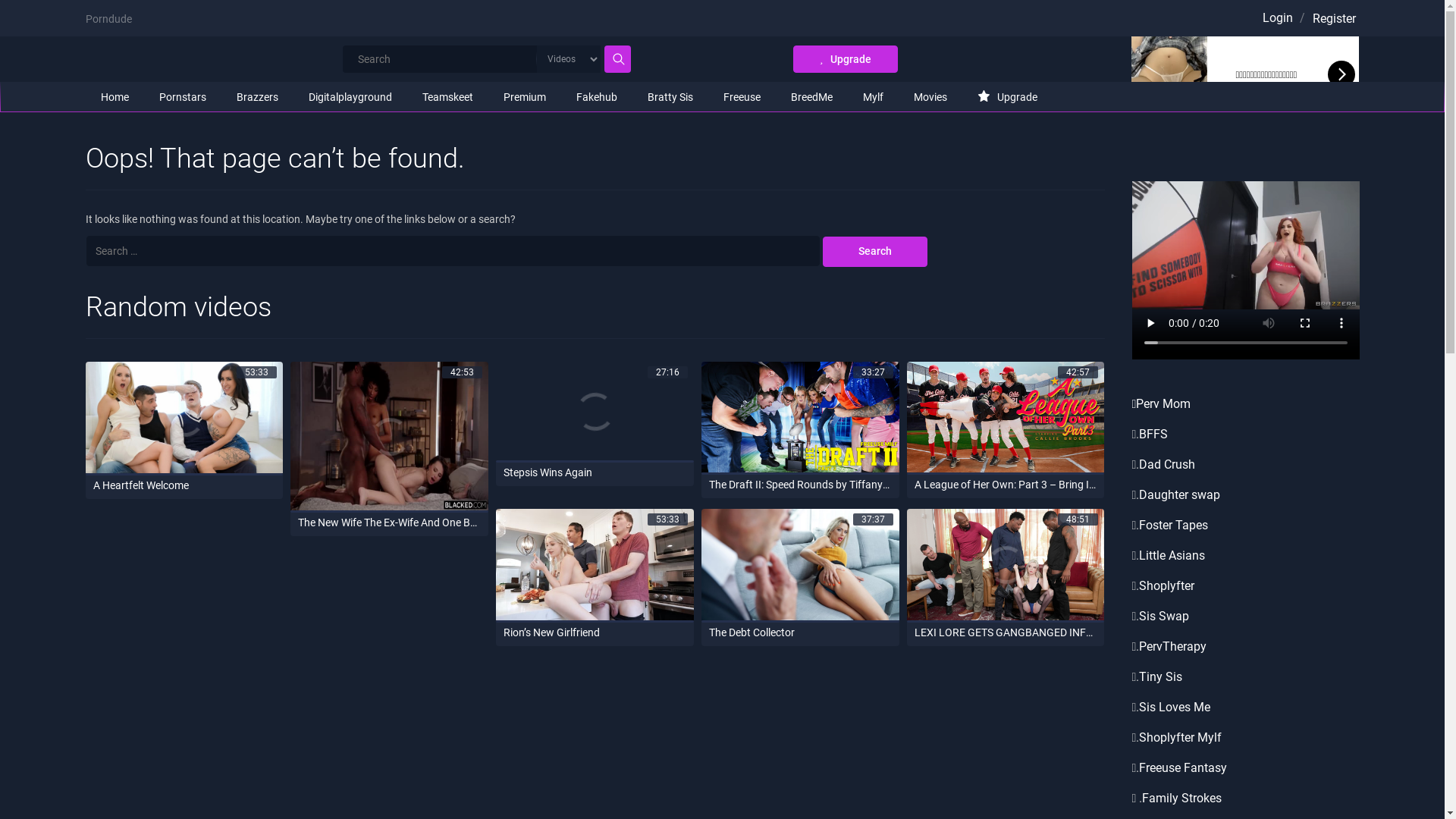 This screenshot has height=819, width=1456. I want to click on 'Shoplyfter Mylf', so click(1179, 736).